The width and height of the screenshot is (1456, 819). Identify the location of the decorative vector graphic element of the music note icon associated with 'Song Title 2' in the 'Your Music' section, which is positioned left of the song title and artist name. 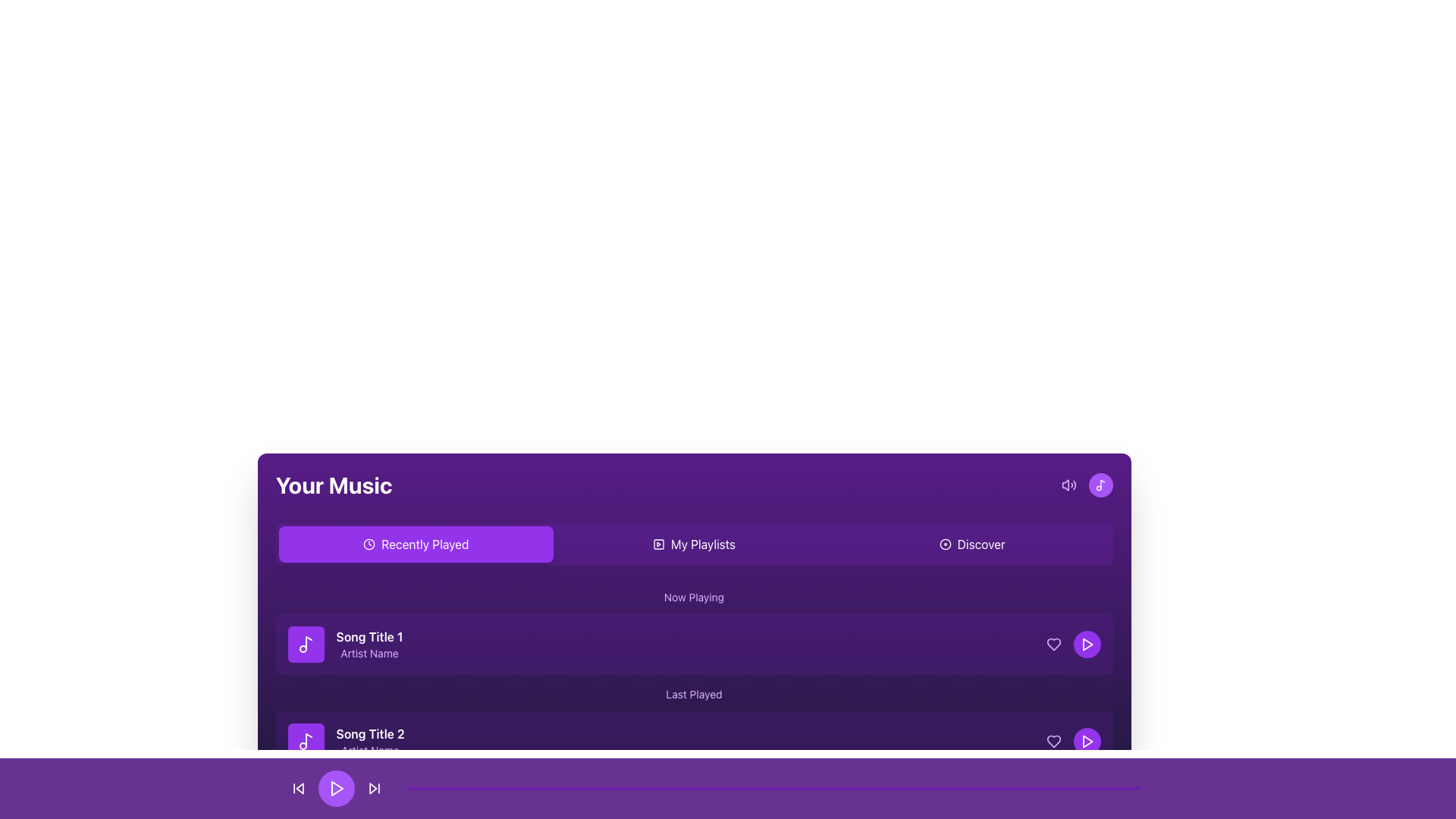
(308, 739).